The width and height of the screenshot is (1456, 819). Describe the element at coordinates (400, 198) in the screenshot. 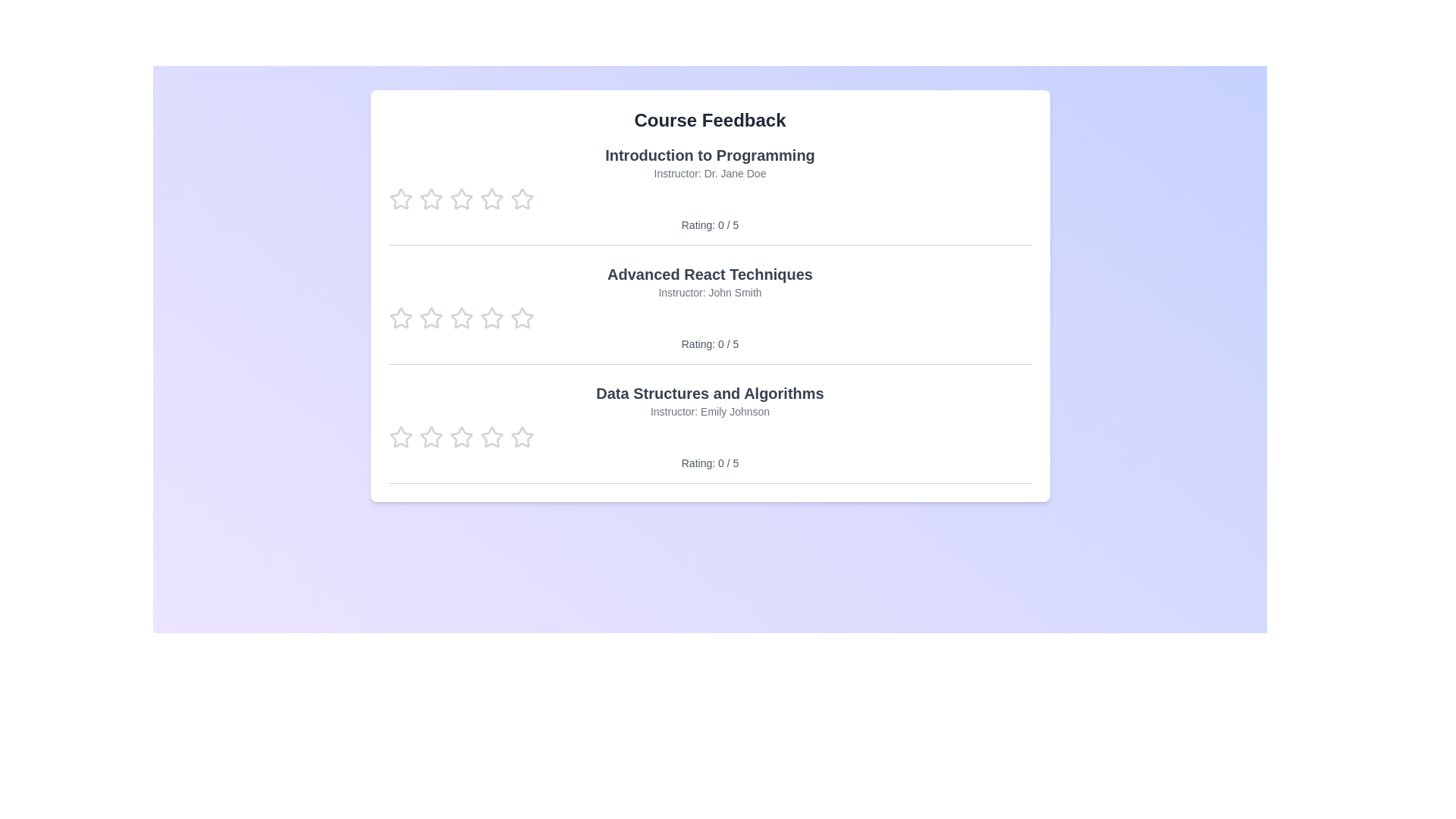

I see `the first star icon of the first course to observe its hover effect` at that location.